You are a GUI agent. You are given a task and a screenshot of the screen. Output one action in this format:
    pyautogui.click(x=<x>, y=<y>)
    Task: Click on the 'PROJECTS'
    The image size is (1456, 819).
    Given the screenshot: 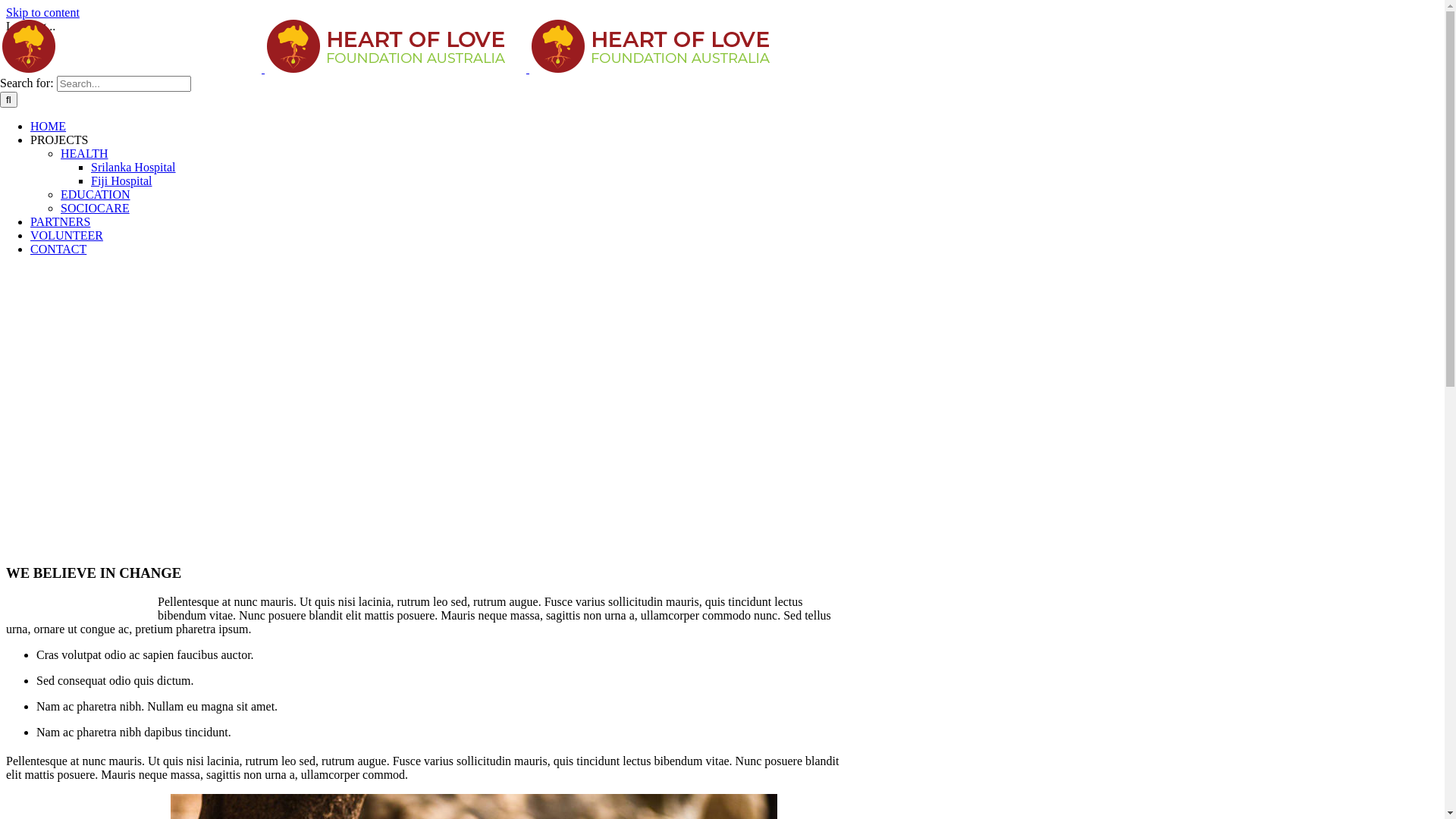 What is the action you would take?
    pyautogui.click(x=58, y=140)
    